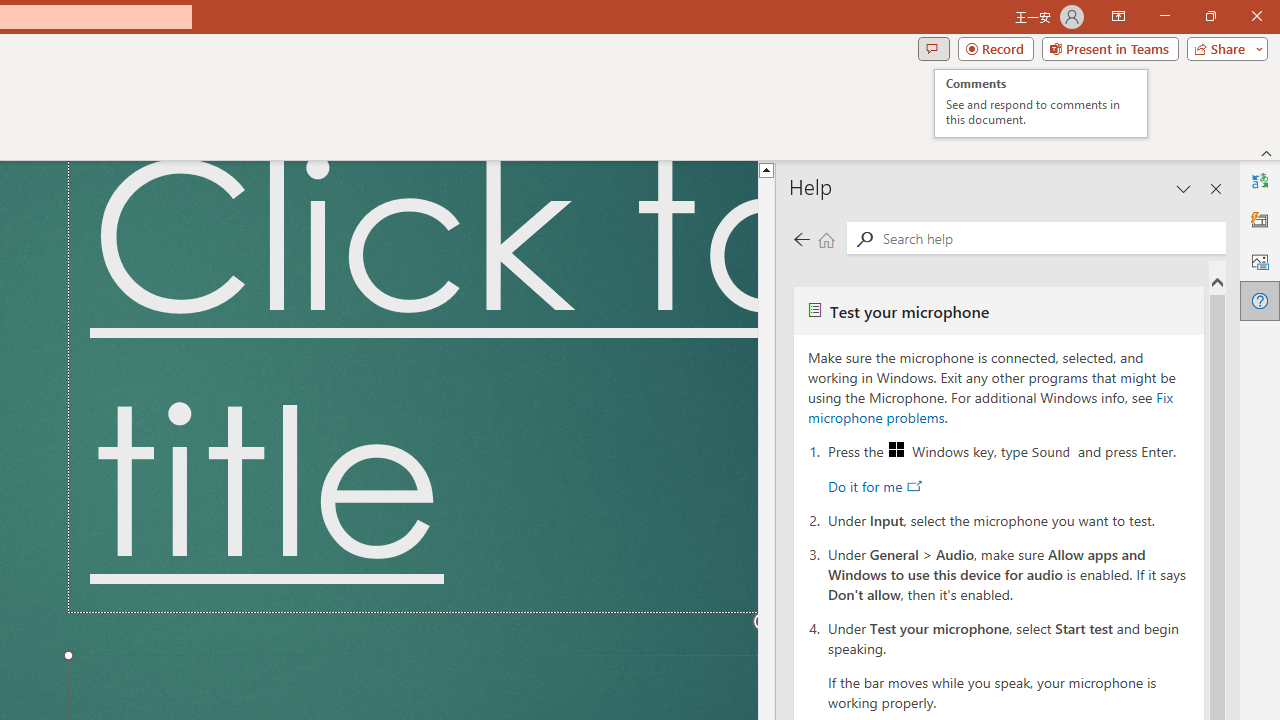 The image size is (1280, 720). I want to click on 'New Windows key logo', so click(895, 448).